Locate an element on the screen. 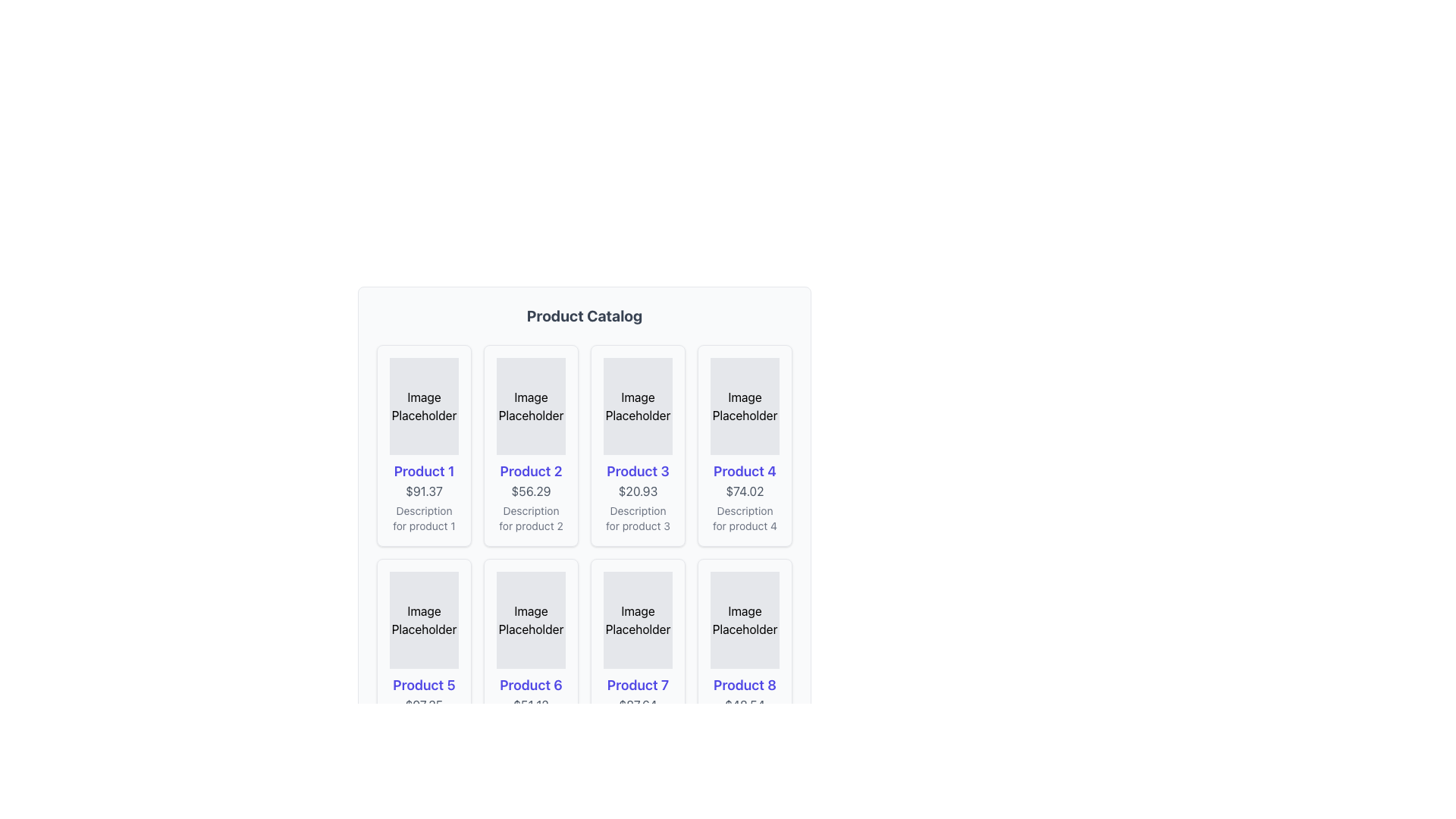  the descriptive text label for 'Product 2', located beneath the price '$56.29' within the product card is located at coordinates (531, 517).